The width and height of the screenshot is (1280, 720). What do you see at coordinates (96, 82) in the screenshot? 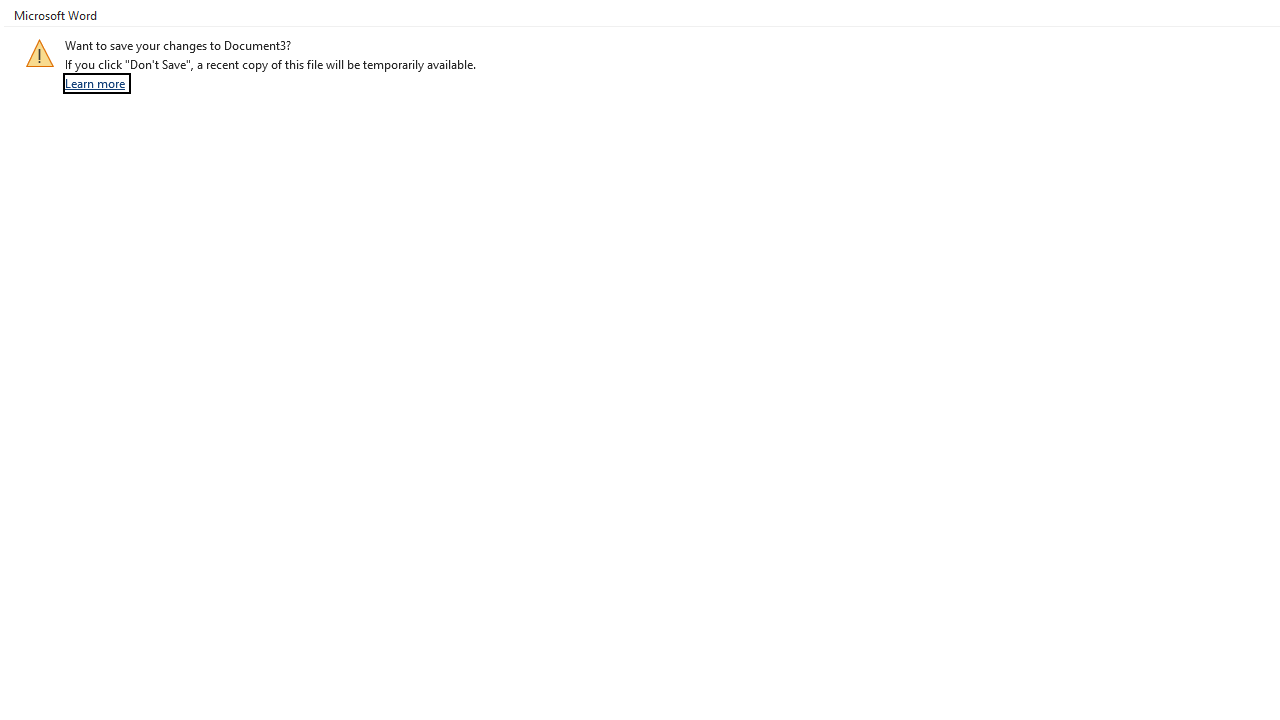
I see `'Learn more'` at bounding box center [96, 82].